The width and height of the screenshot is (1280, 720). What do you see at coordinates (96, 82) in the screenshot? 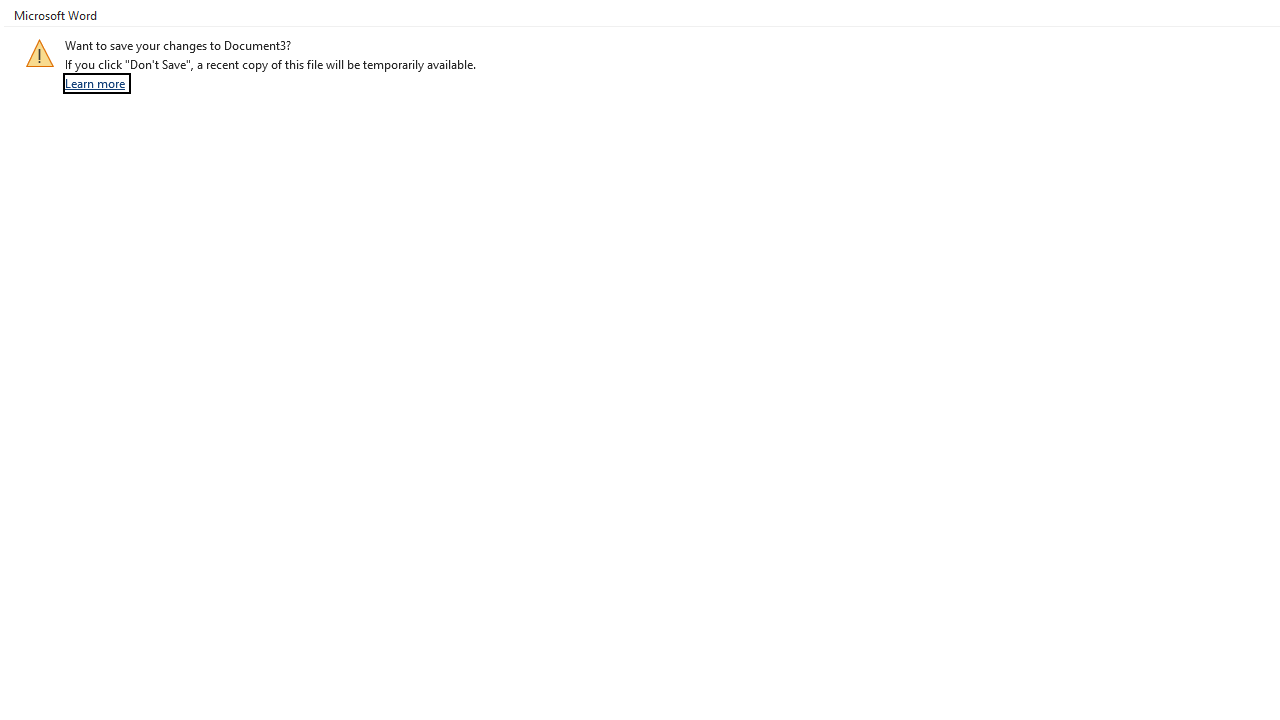
I see `'Learn more'` at bounding box center [96, 82].